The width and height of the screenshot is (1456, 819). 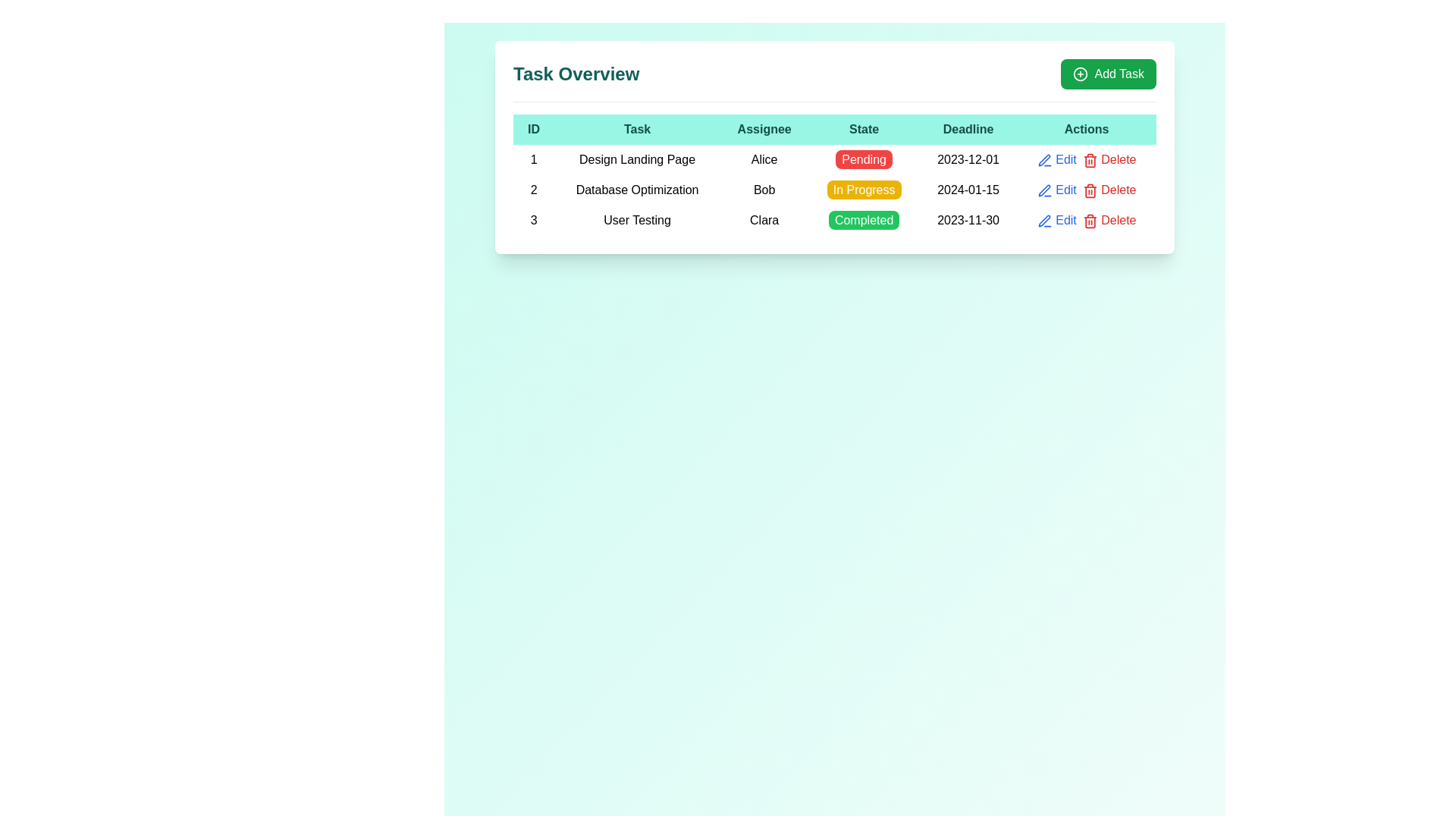 I want to click on the 'Edit' icon, so click(x=1043, y=190).